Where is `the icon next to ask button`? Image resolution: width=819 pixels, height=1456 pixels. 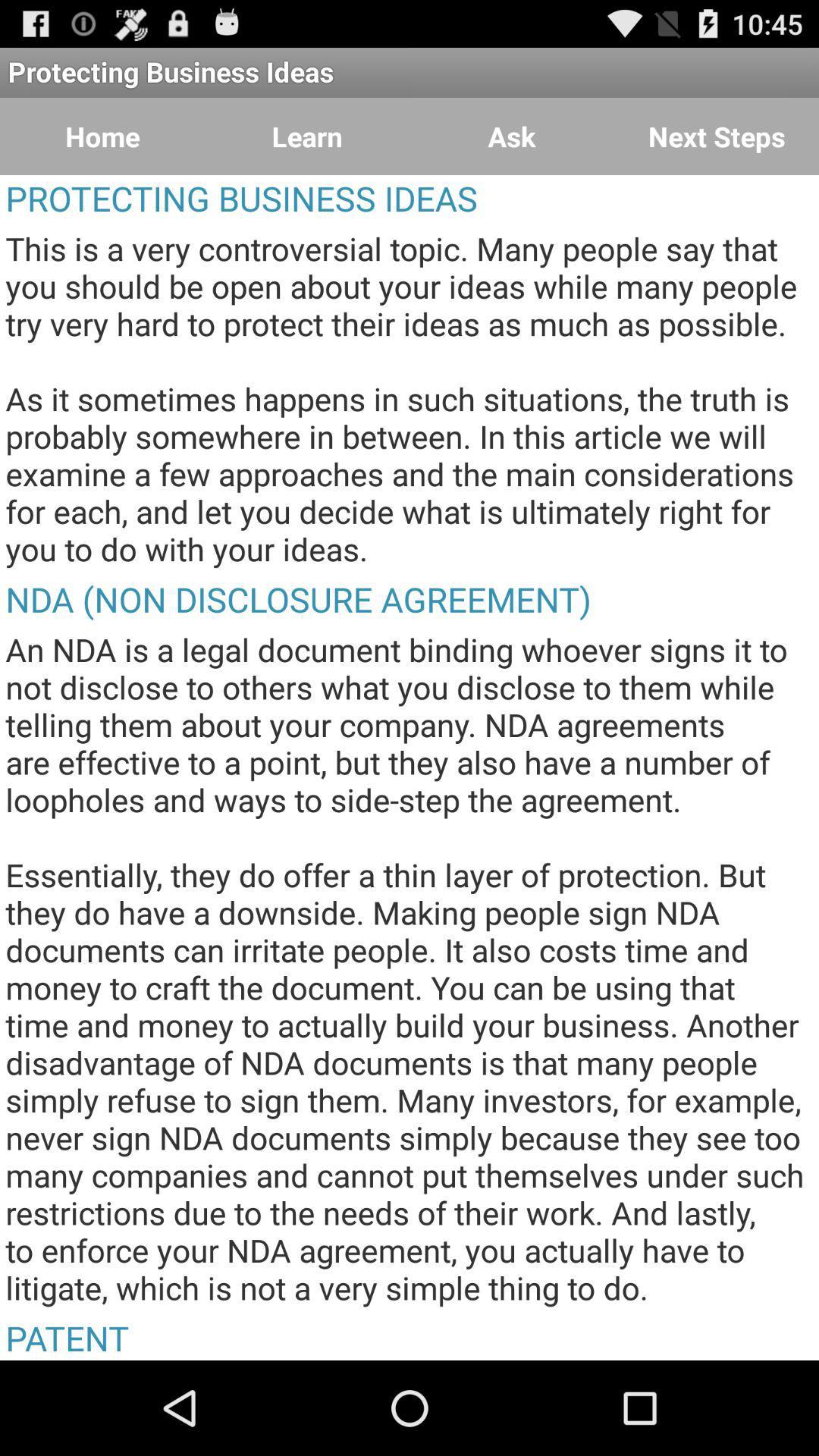
the icon next to ask button is located at coordinates (717, 136).